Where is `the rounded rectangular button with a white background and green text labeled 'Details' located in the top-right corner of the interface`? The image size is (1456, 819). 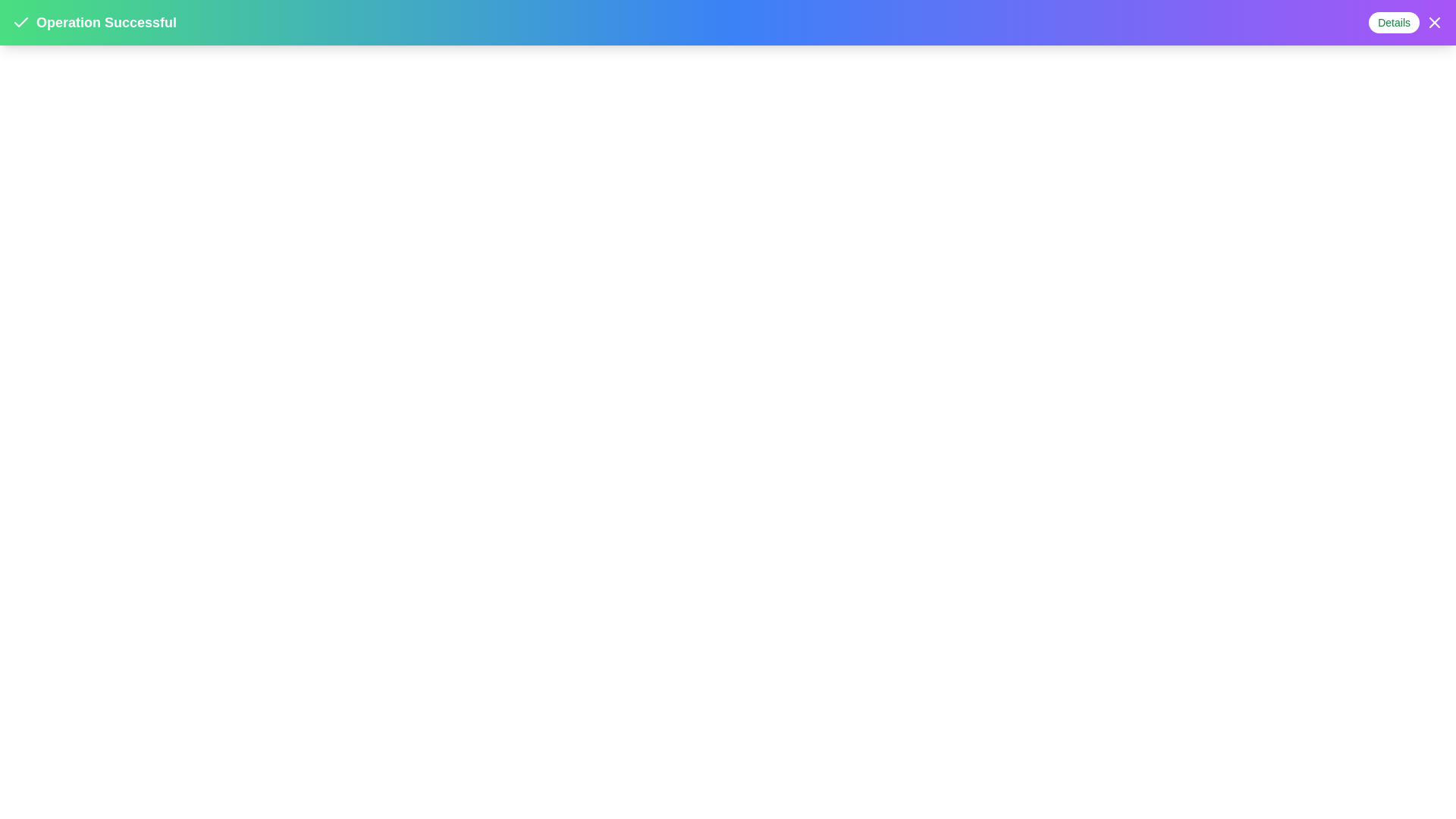 the rounded rectangular button with a white background and green text labeled 'Details' located in the top-right corner of the interface is located at coordinates (1394, 23).